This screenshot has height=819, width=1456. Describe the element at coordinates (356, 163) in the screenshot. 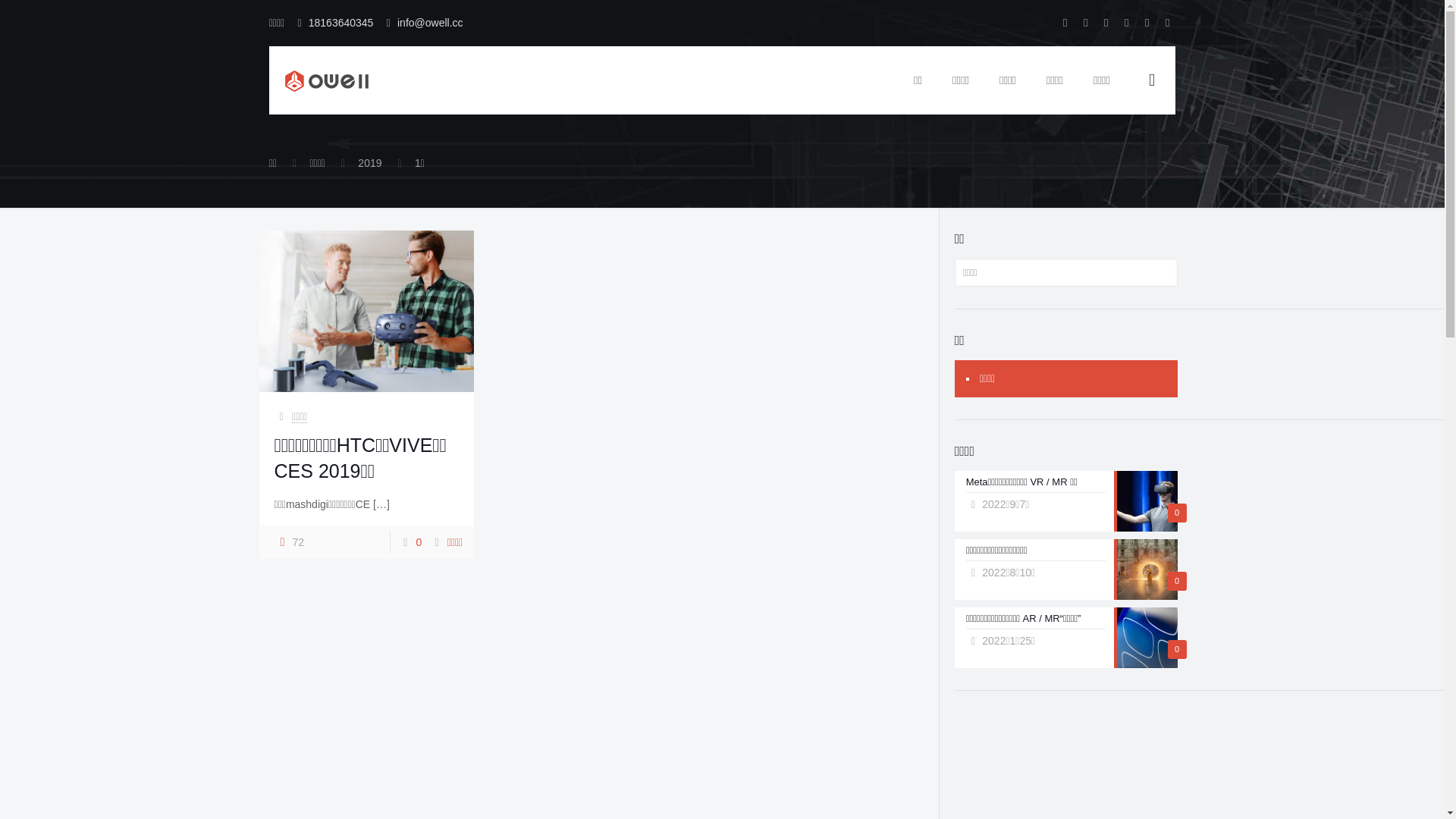

I see `'2019'` at that location.